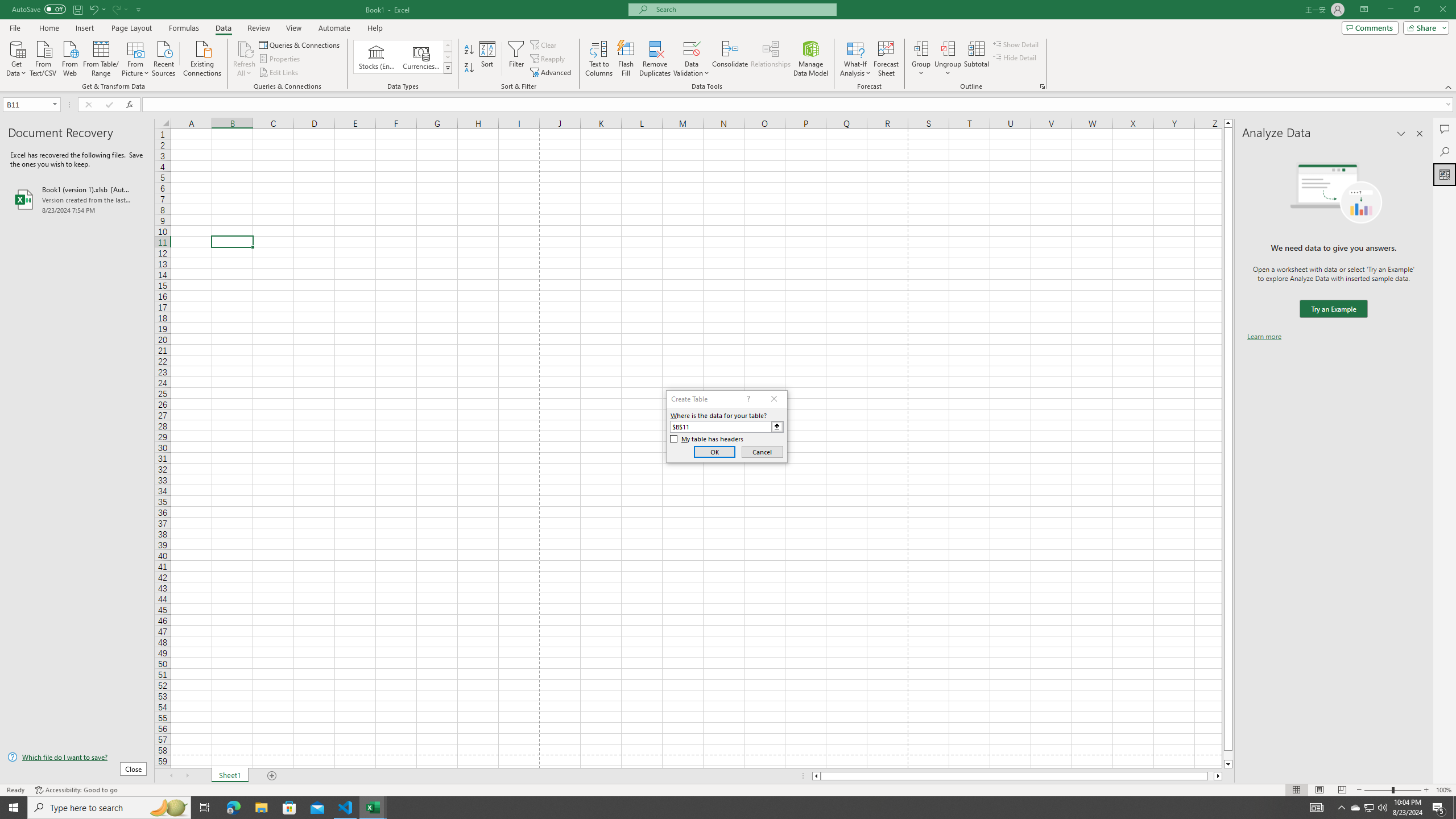  Describe the element at coordinates (598, 59) in the screenshot. I see `'Text to Columns...'` at that location.